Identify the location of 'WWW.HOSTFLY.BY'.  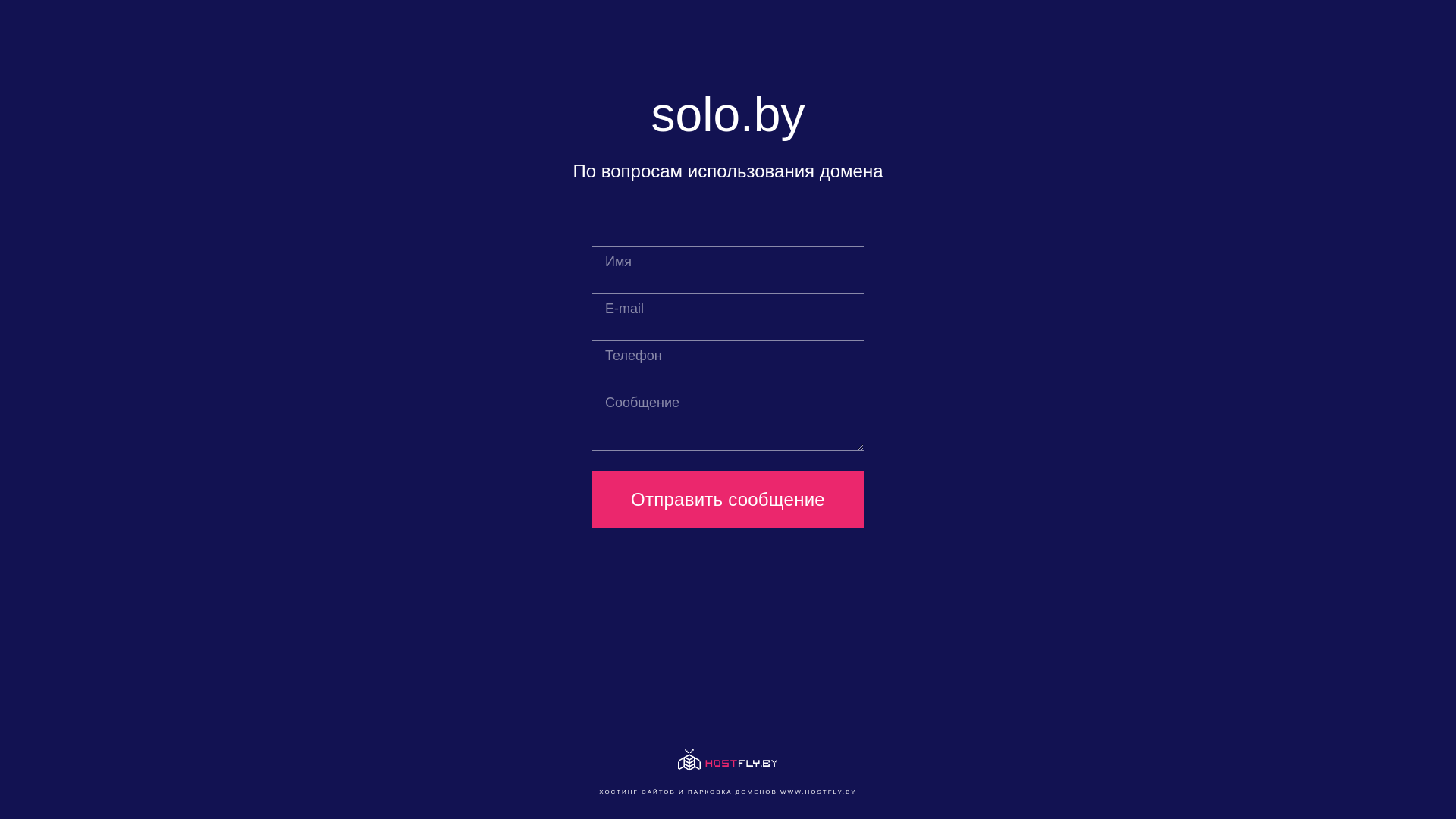
(817, 791).